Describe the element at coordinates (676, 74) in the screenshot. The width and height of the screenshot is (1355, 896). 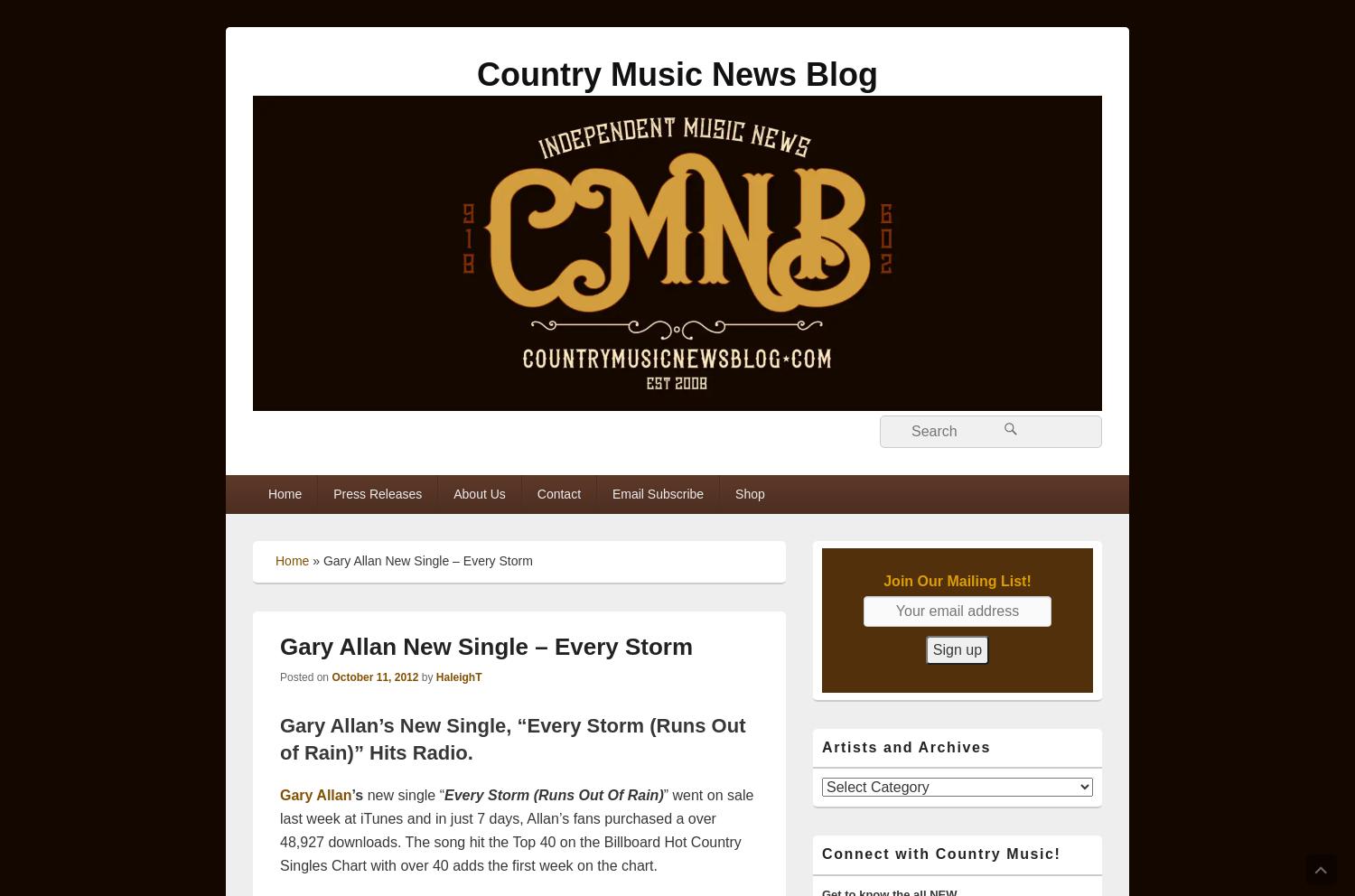
I see `'Country Music News Blog'` at that location.